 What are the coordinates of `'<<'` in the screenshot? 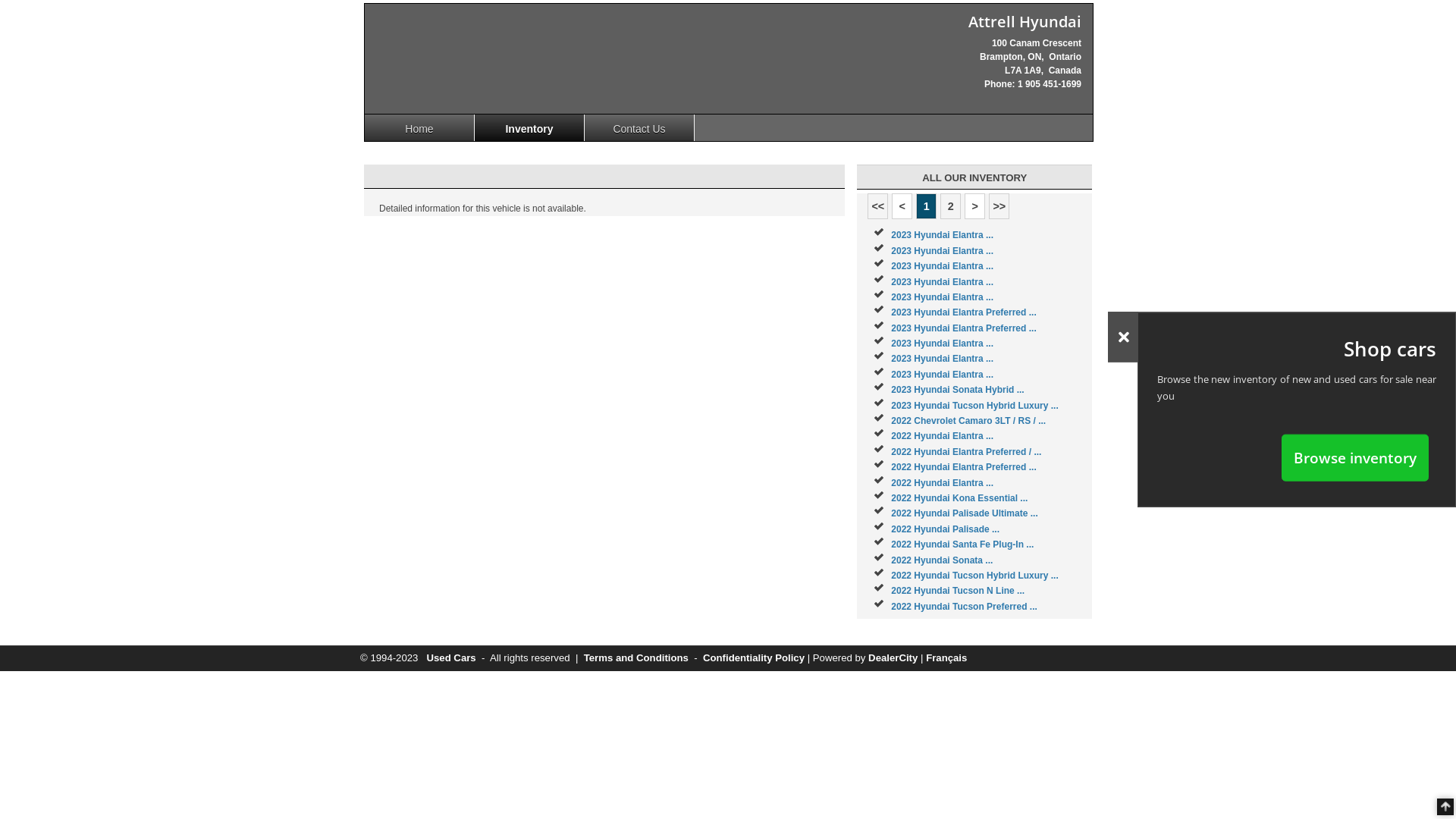 It's located at (877, 206).